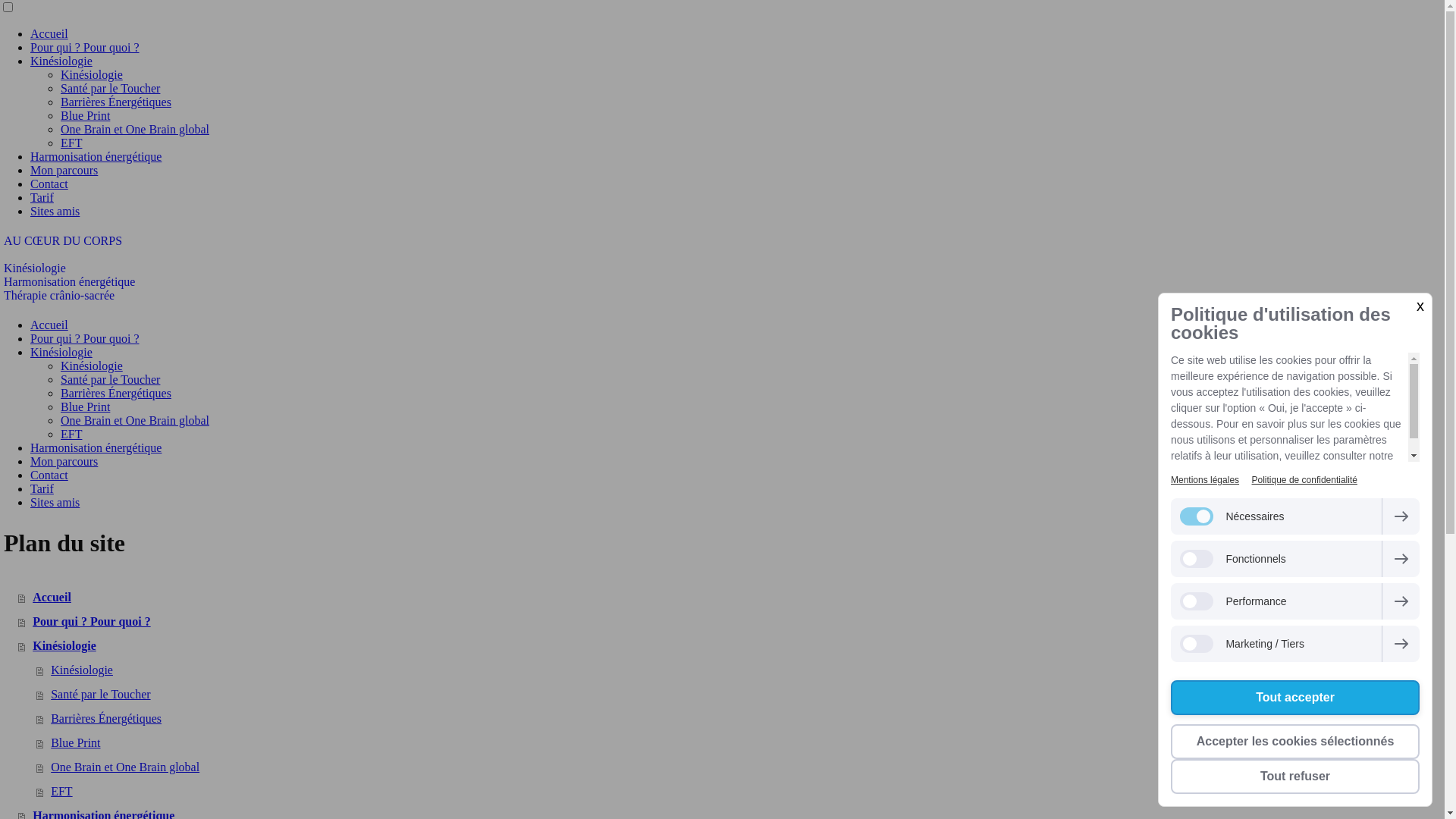 This screenshot has width=1456, height=819. Describe the element at coordinates (30, 33) in the screenshot. I see `'Accueil'` at that location.